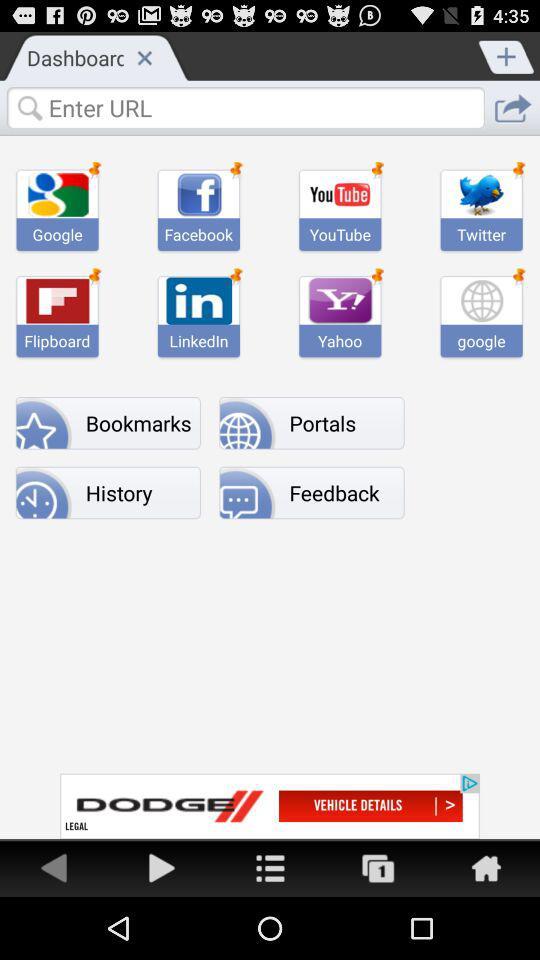 This screenshot has width=540, height=960. Describe the element at coordinates (237, 169) in the screenshot. I see `the pin icon which is on the top second image` at that location.